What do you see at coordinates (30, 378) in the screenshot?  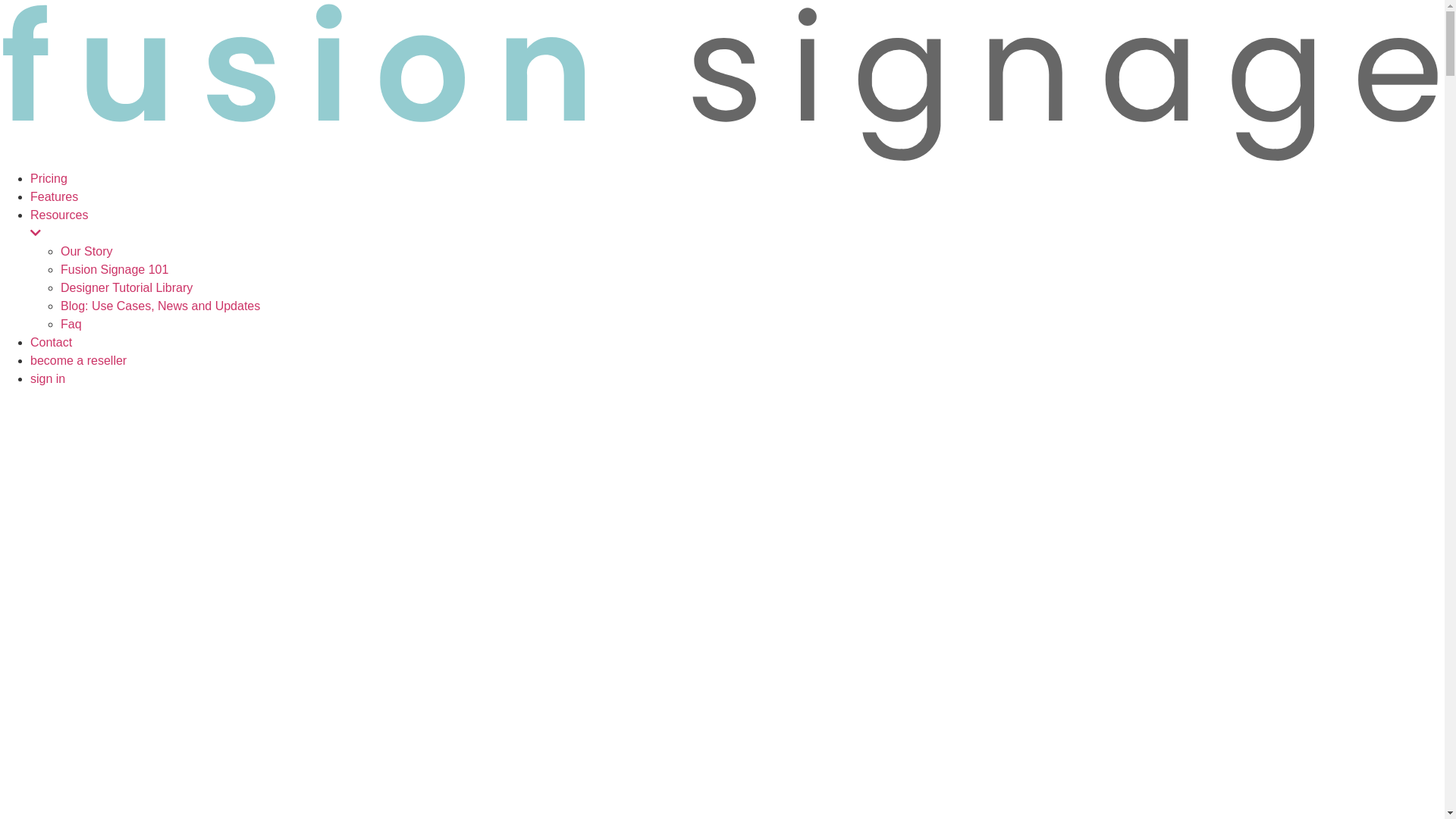 I see `'sign in'` at bounding box center [30, 378].